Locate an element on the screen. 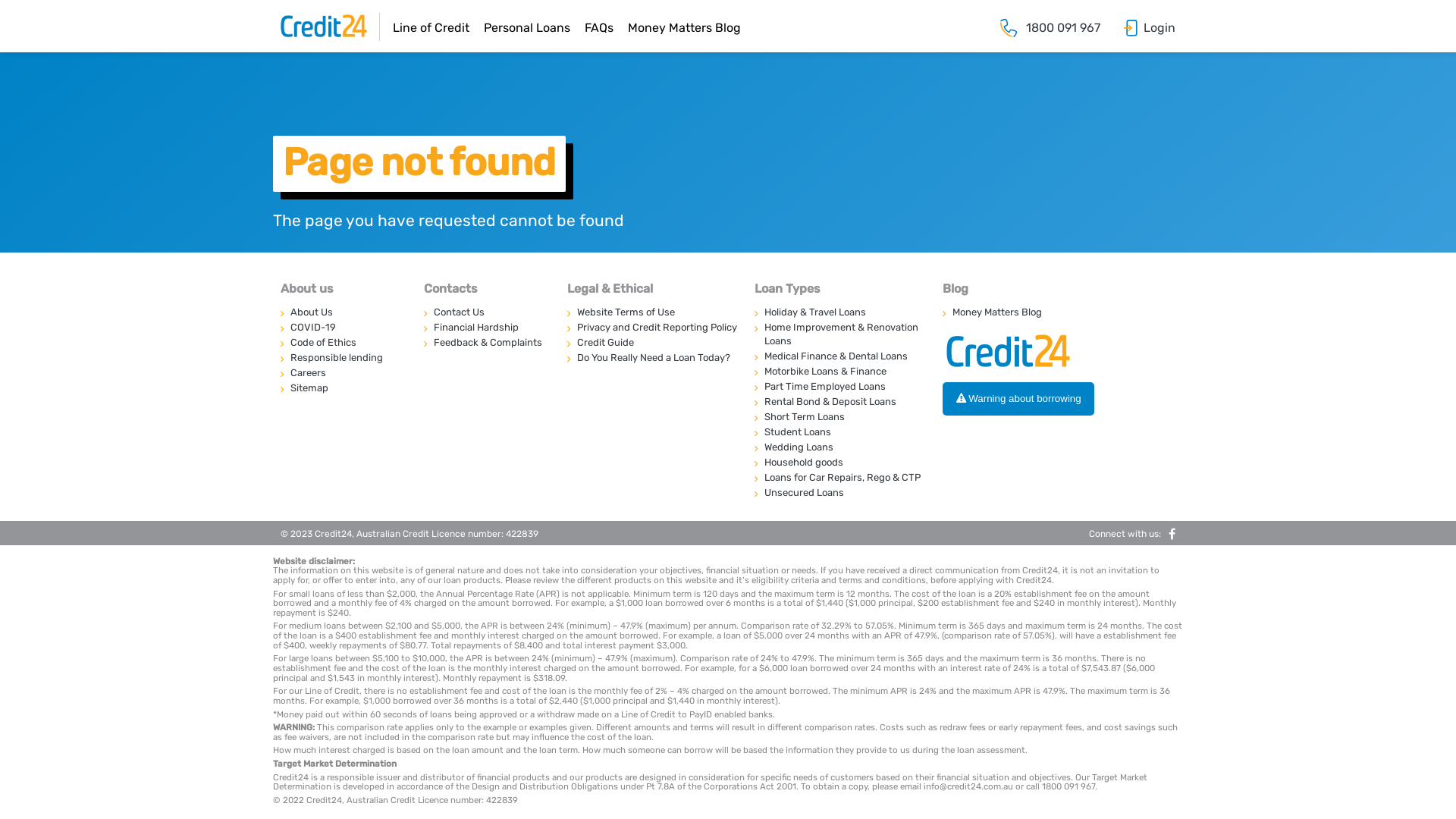  'Short Term Loans' is located at coordinates (839, 417).